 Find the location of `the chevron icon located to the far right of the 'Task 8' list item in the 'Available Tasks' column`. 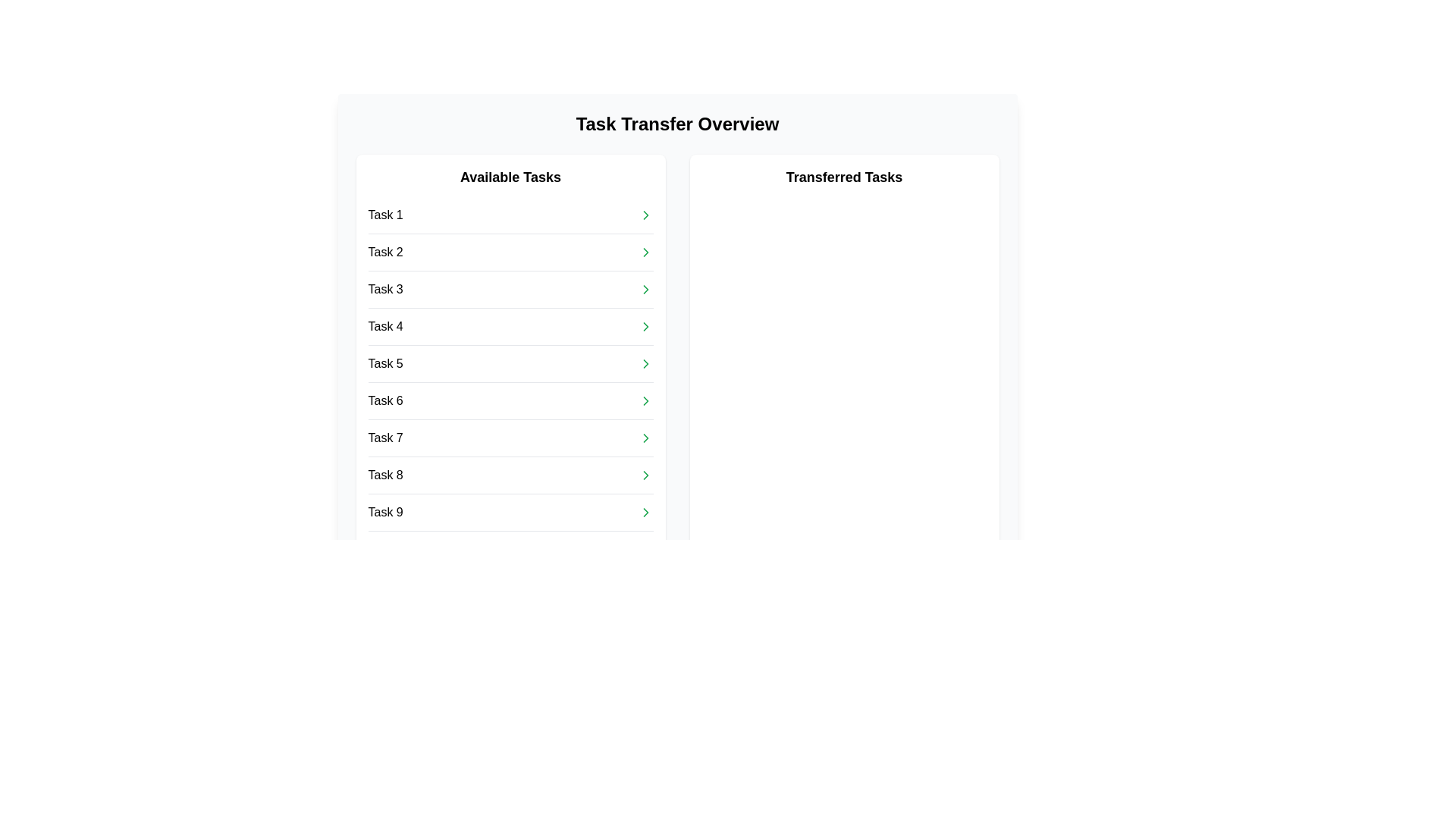

the chevron icon located to the far right of the 'Task 8' list item in the 'Available Tasks' column is located at coordinates (645, 475).